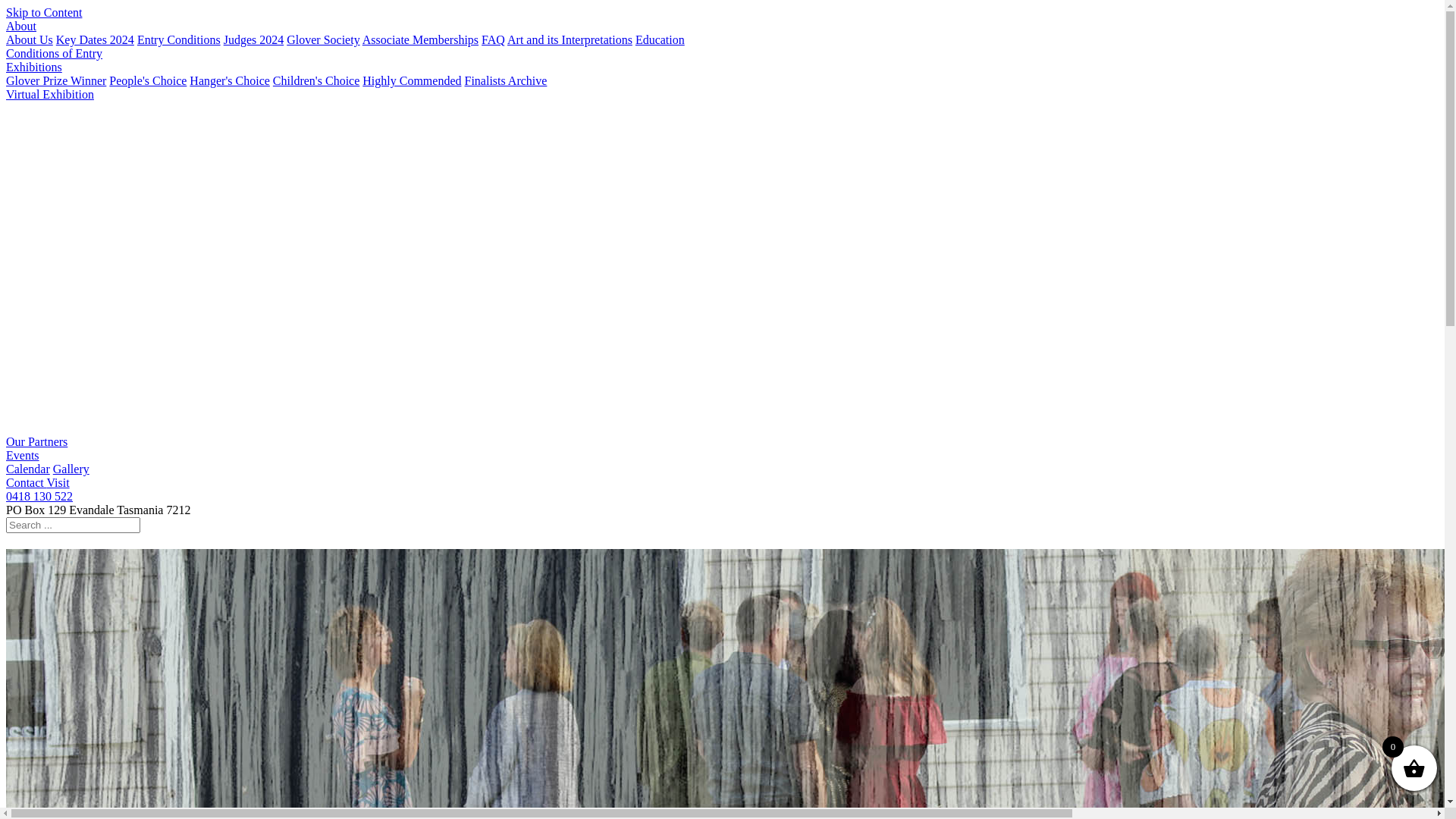 This screenshot has height=819, width=1456. Describe the element at coordinates (29, 39) in the screenshot. I see `'About Us'` at that location.